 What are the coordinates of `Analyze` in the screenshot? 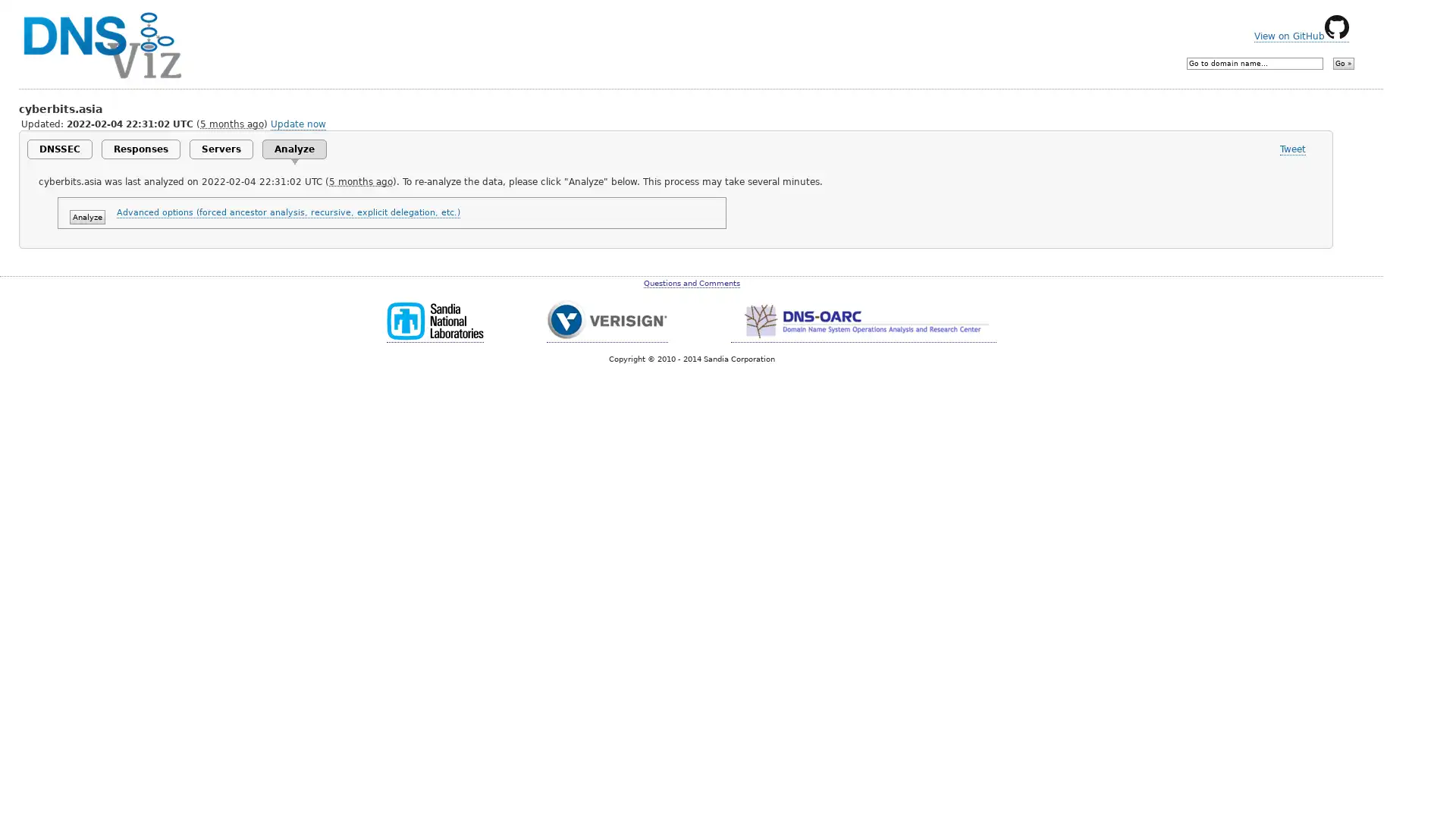 It's located at (86, 217).